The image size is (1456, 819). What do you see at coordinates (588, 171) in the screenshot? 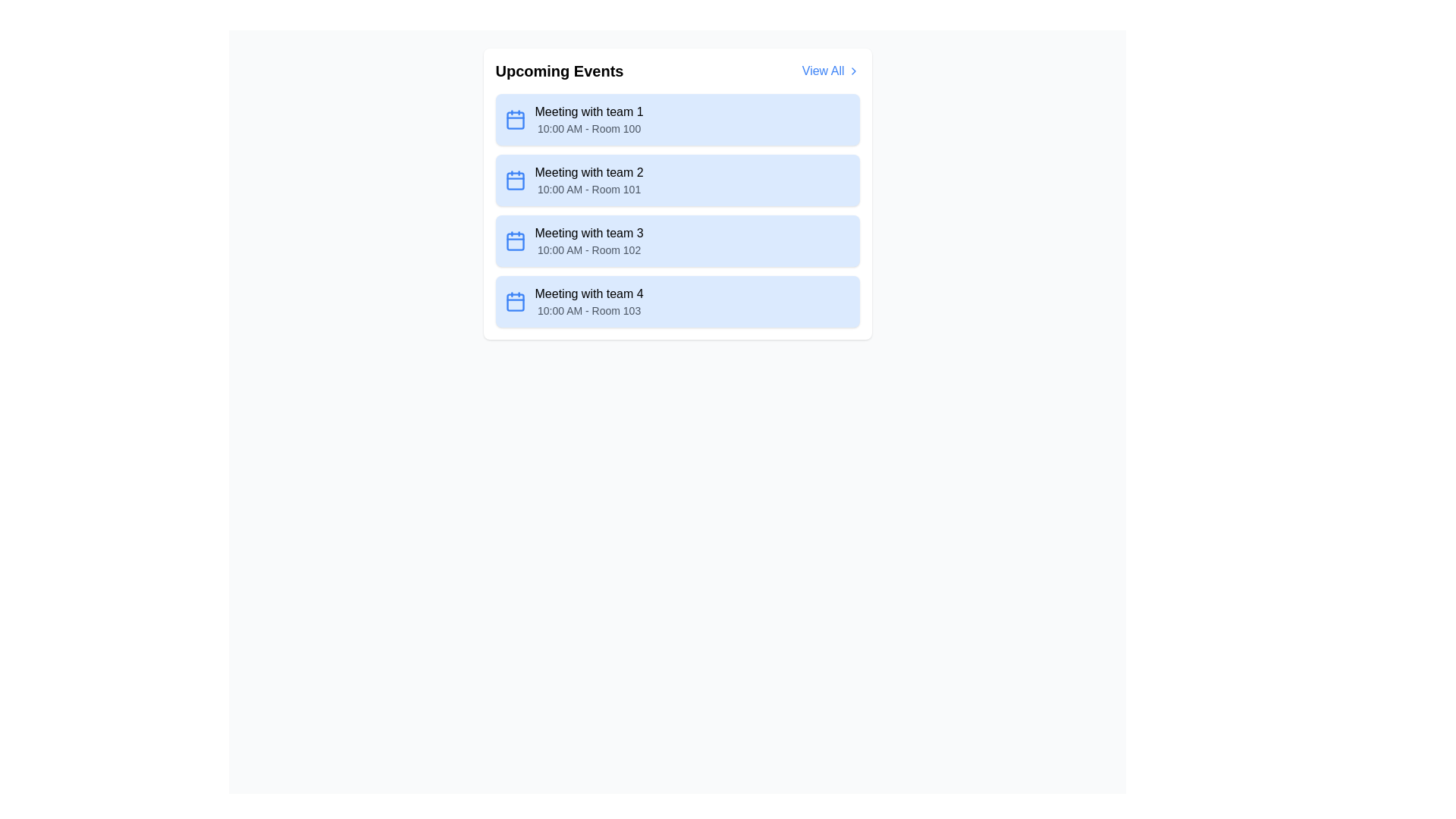
I see `the static text label displaying 'Meeting with team 2', which is located in the top half of the blue background event card under 'Upcoming Events'` at bounding box center [588, 171].